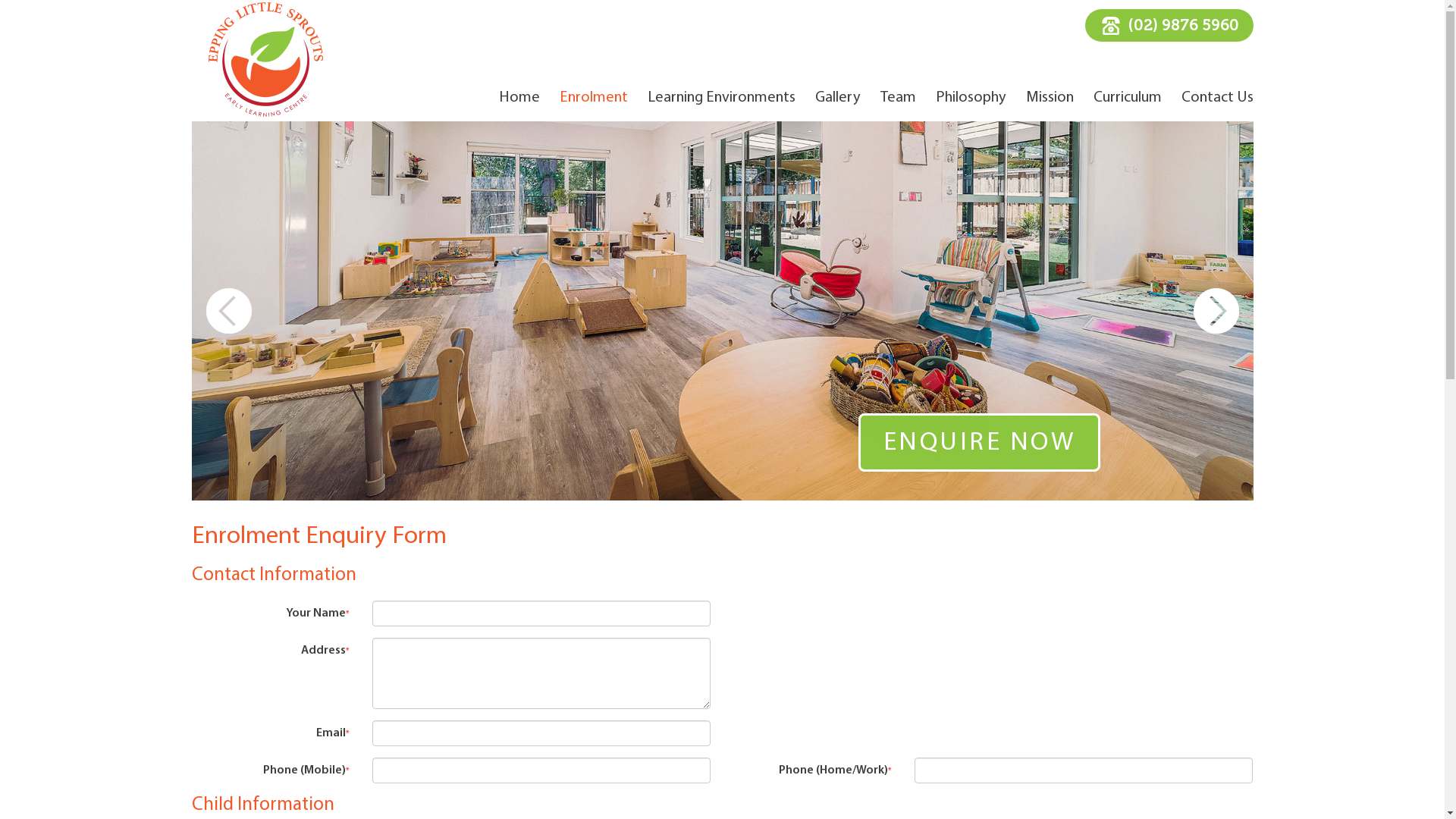 The width and height of the screenshot is (1456, 819). I want to click on 'Enrolment', so click(592, 98).